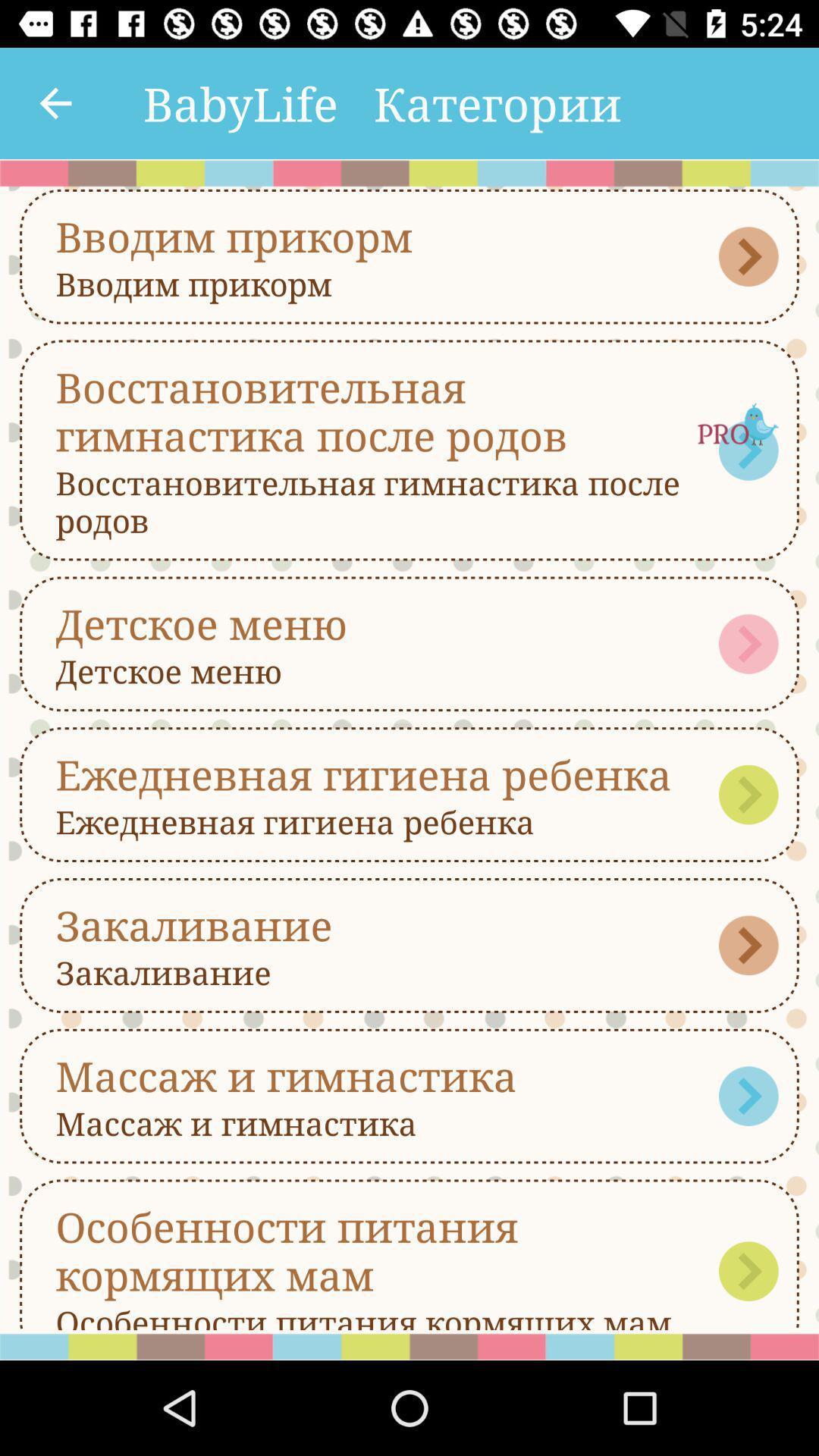  Describe the element at coordinates (55, 102) in the screenshot. I see `the item to the left of the babylife item` at that location.